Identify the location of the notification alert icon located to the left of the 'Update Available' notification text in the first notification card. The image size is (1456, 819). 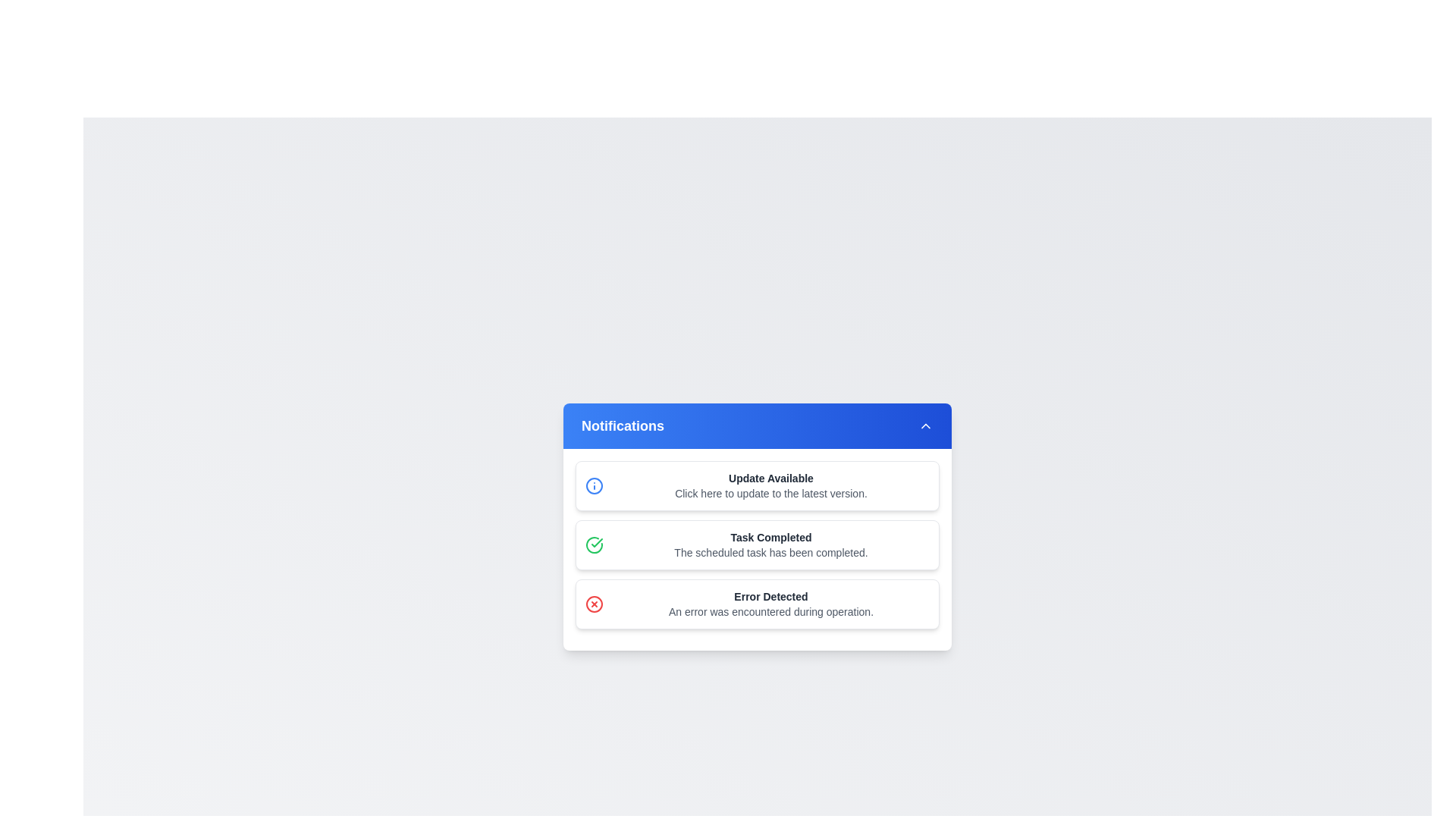
(593, 485).